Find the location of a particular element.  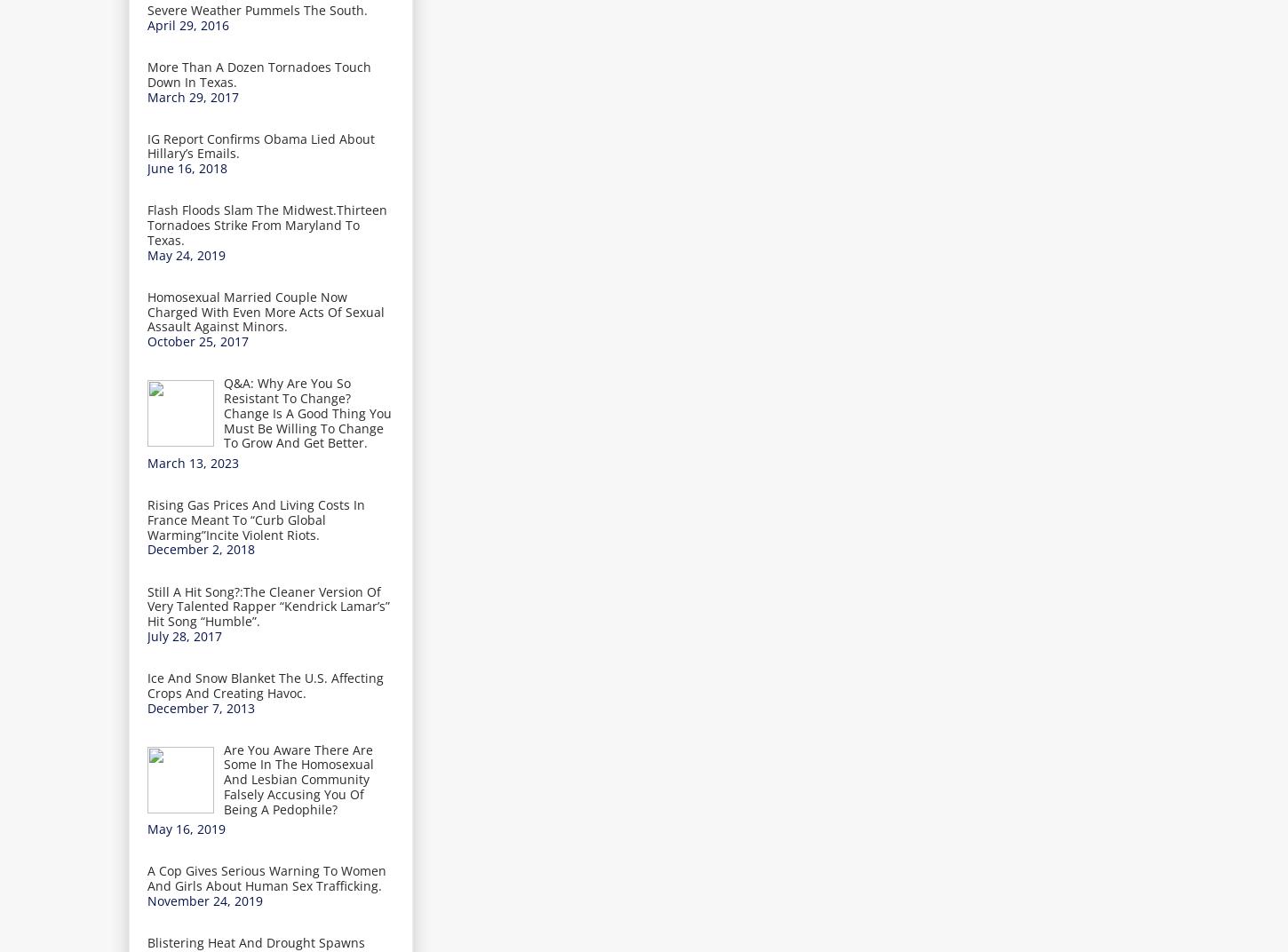

'May 16, 2019' is located at coordinates (147, 829).